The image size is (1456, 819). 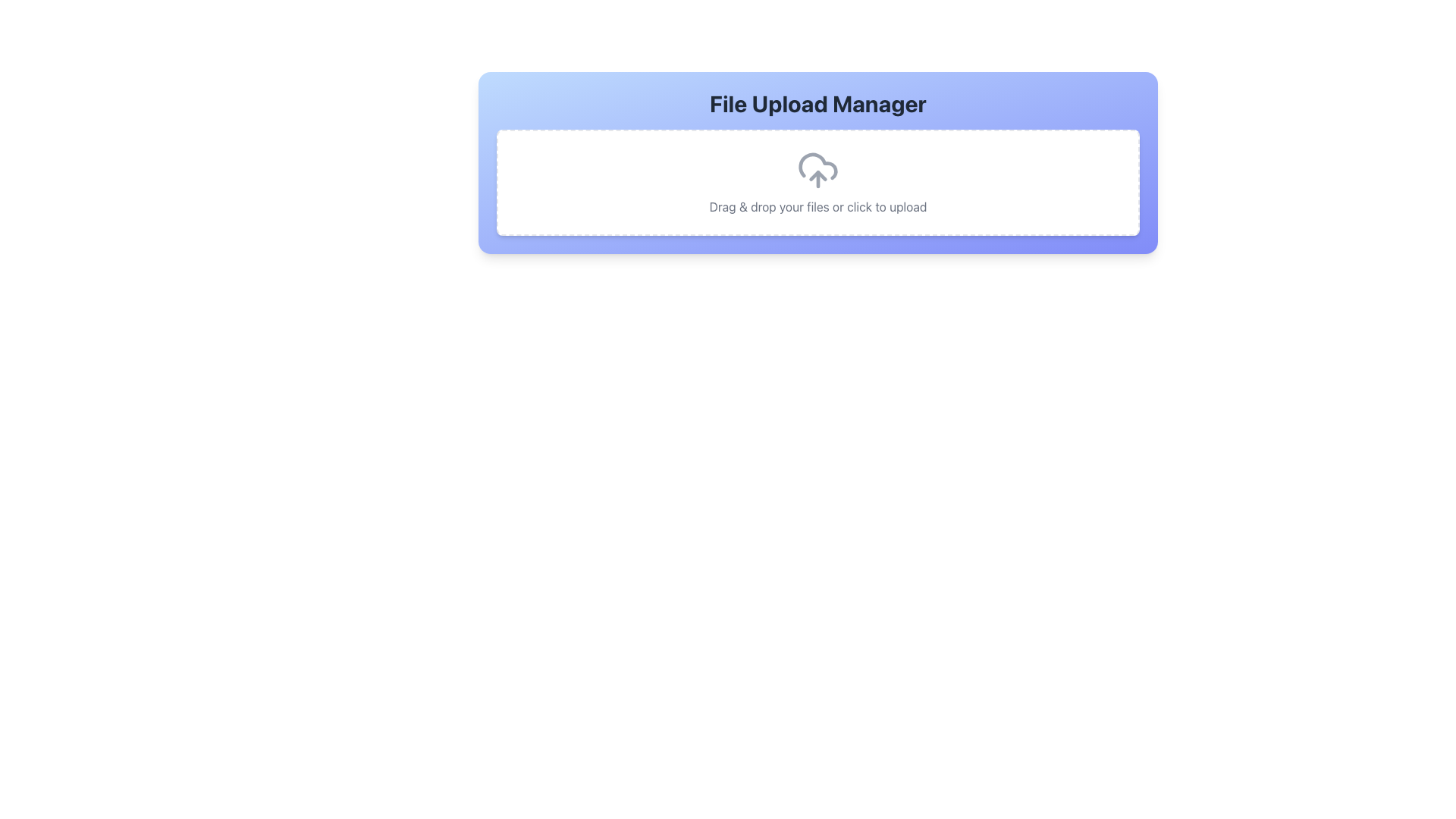 I want to click on instructional text label that guides users to drag and drop files or click to upload, located centrally beneath the upload icon, so click(x=817, y=207).